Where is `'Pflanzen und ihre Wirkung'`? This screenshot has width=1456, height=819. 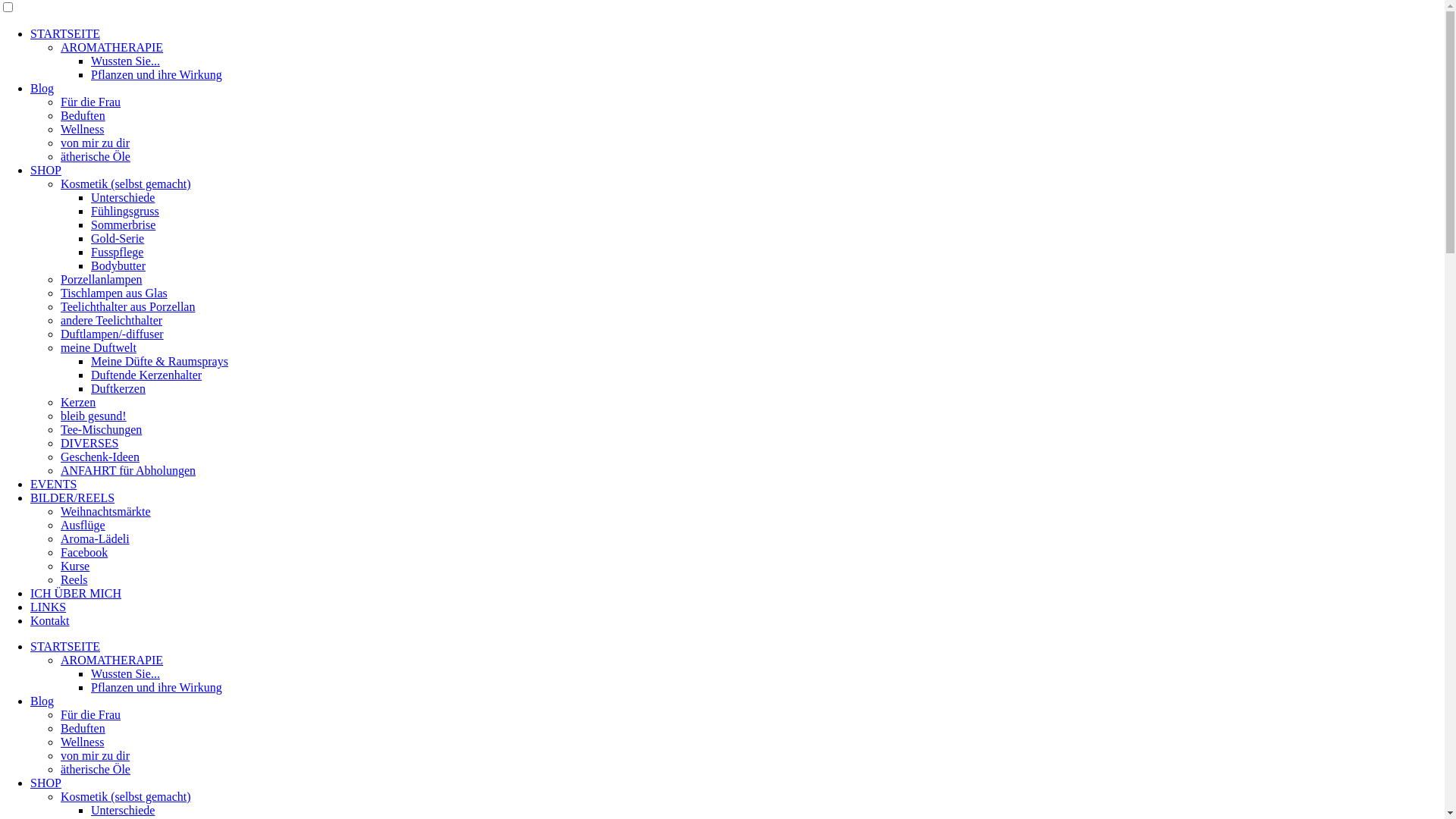
'Pflanzen und ihre Wirkung' is located at coordinates (156, 74).